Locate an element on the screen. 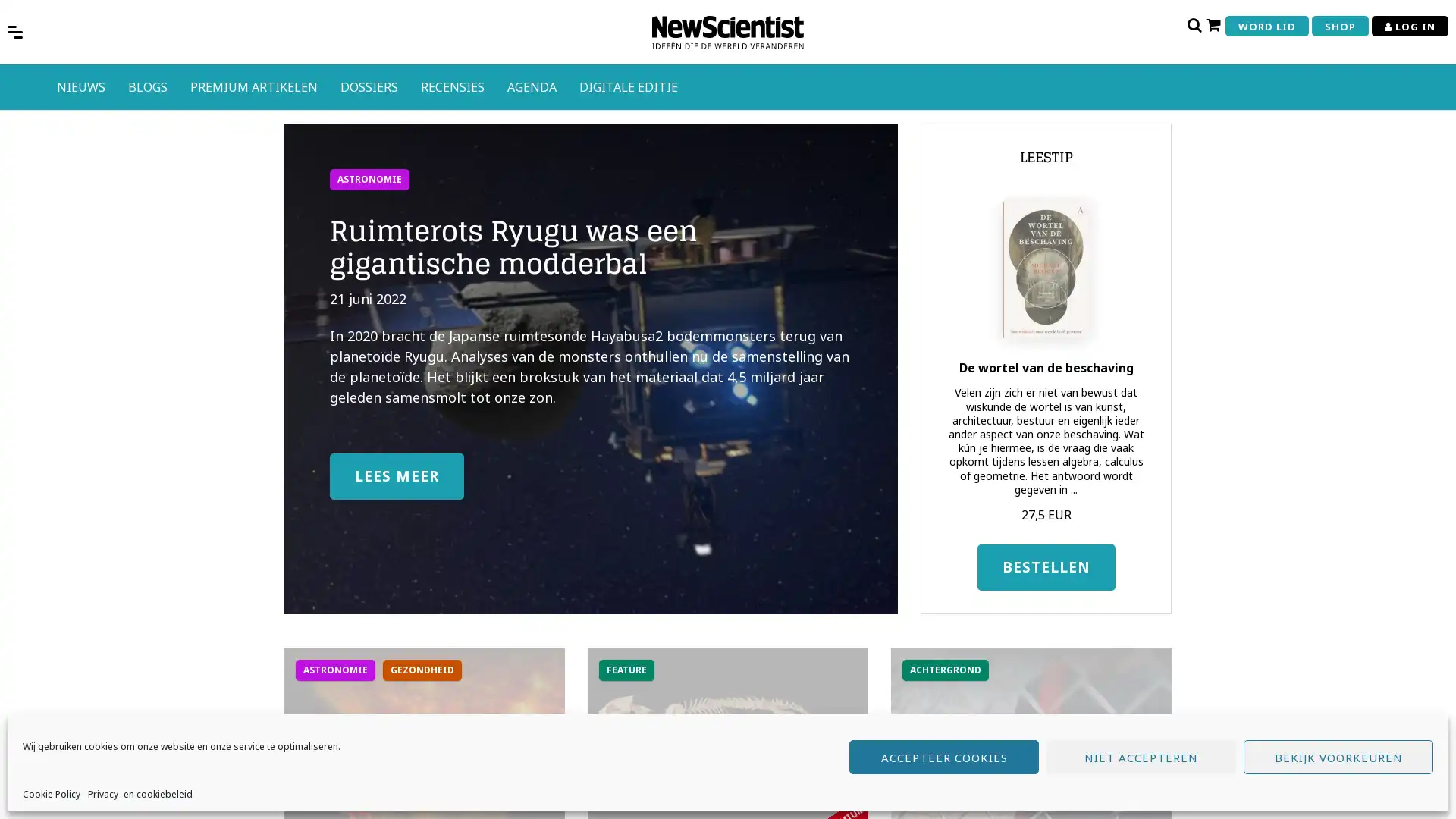 The width and height of the screenshot is (1456, 819). Open zoekbalk is located at coordinates (1193, 24).